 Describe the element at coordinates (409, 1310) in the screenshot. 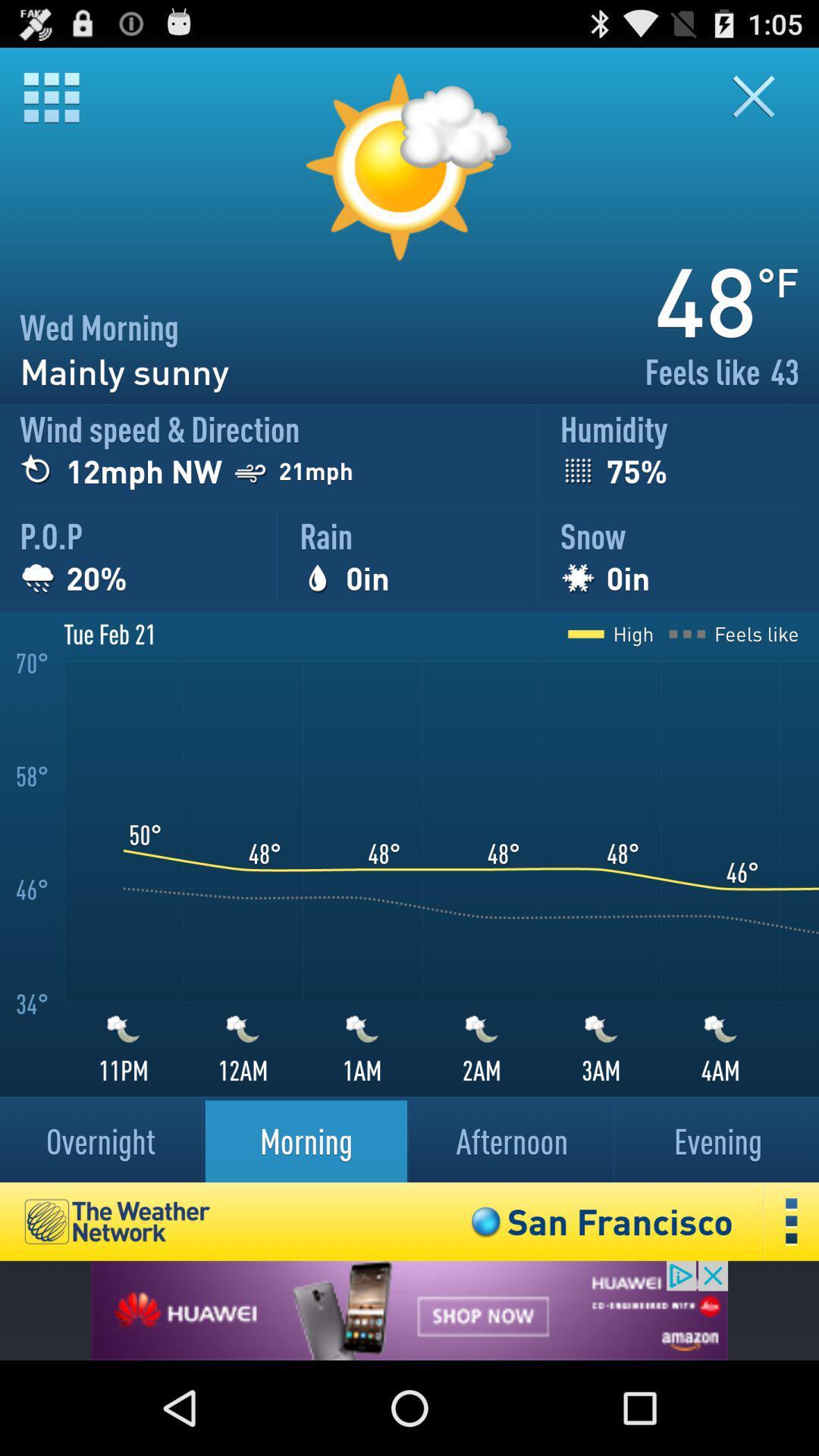

I see `advertisement` at that location.